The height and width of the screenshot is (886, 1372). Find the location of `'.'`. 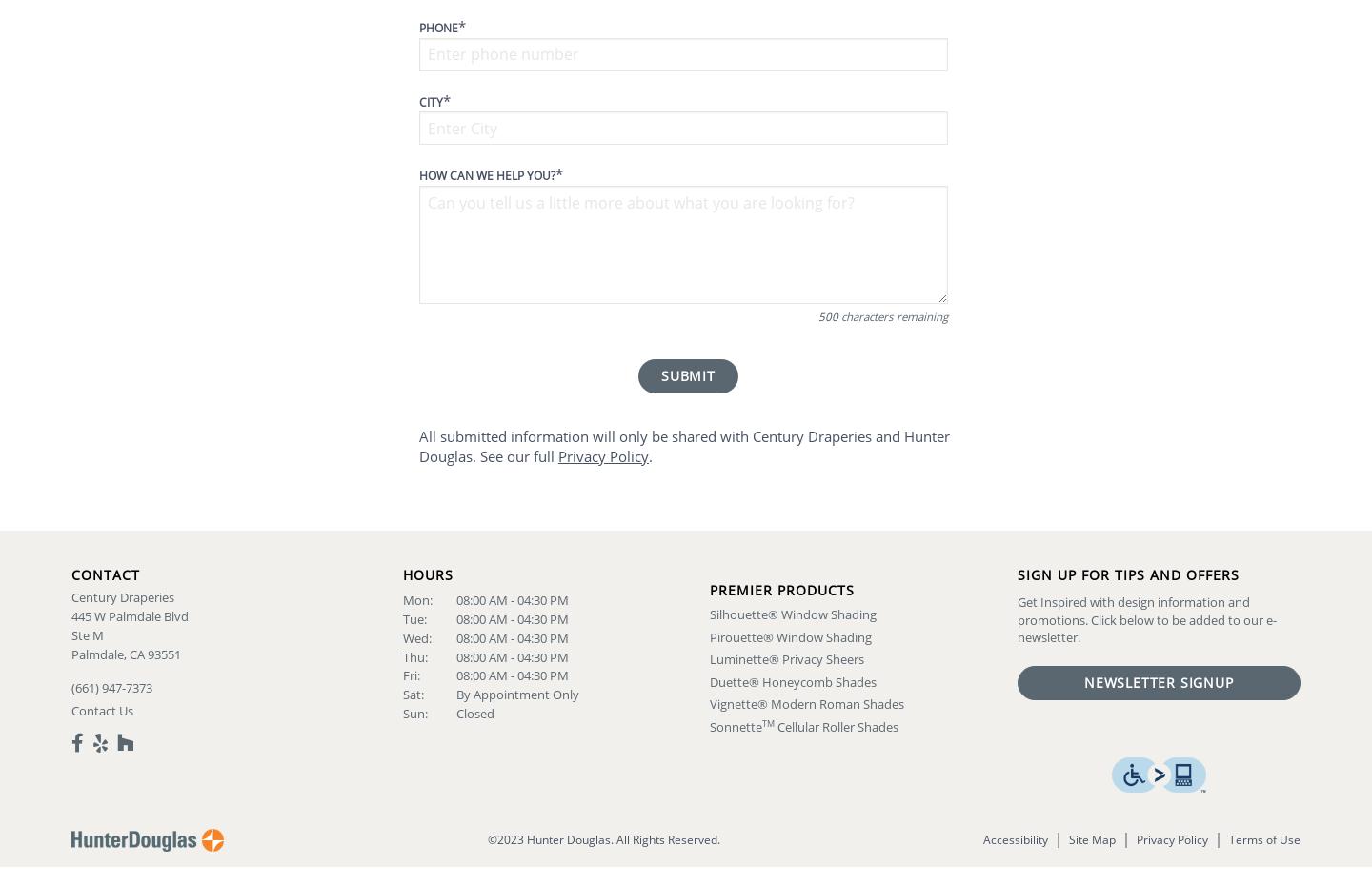

'.' is located at coordinates (650, 454).